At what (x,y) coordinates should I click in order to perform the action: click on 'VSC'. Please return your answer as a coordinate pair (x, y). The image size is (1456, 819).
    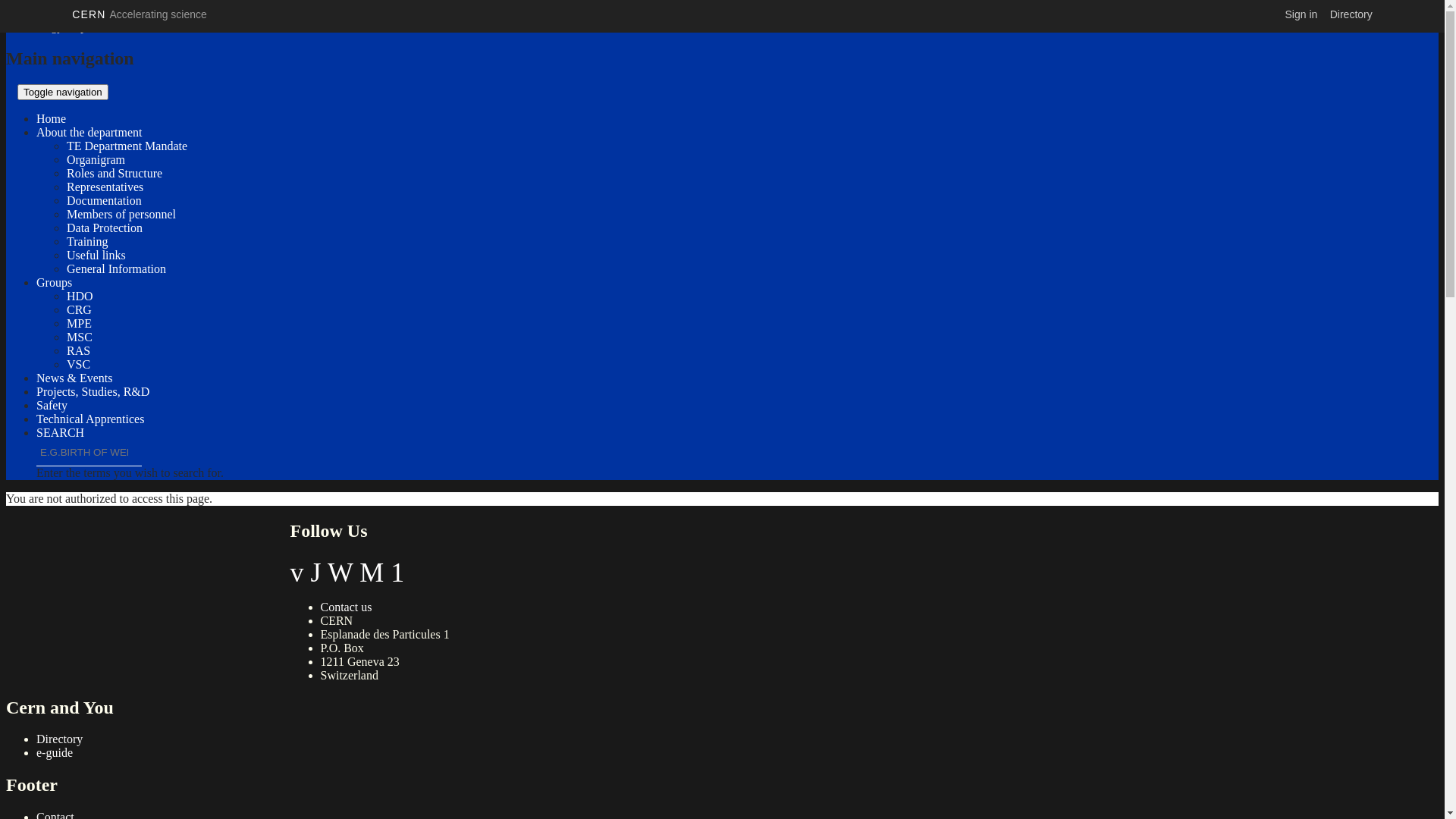
    Looking at the image, I should click on (77, 364).